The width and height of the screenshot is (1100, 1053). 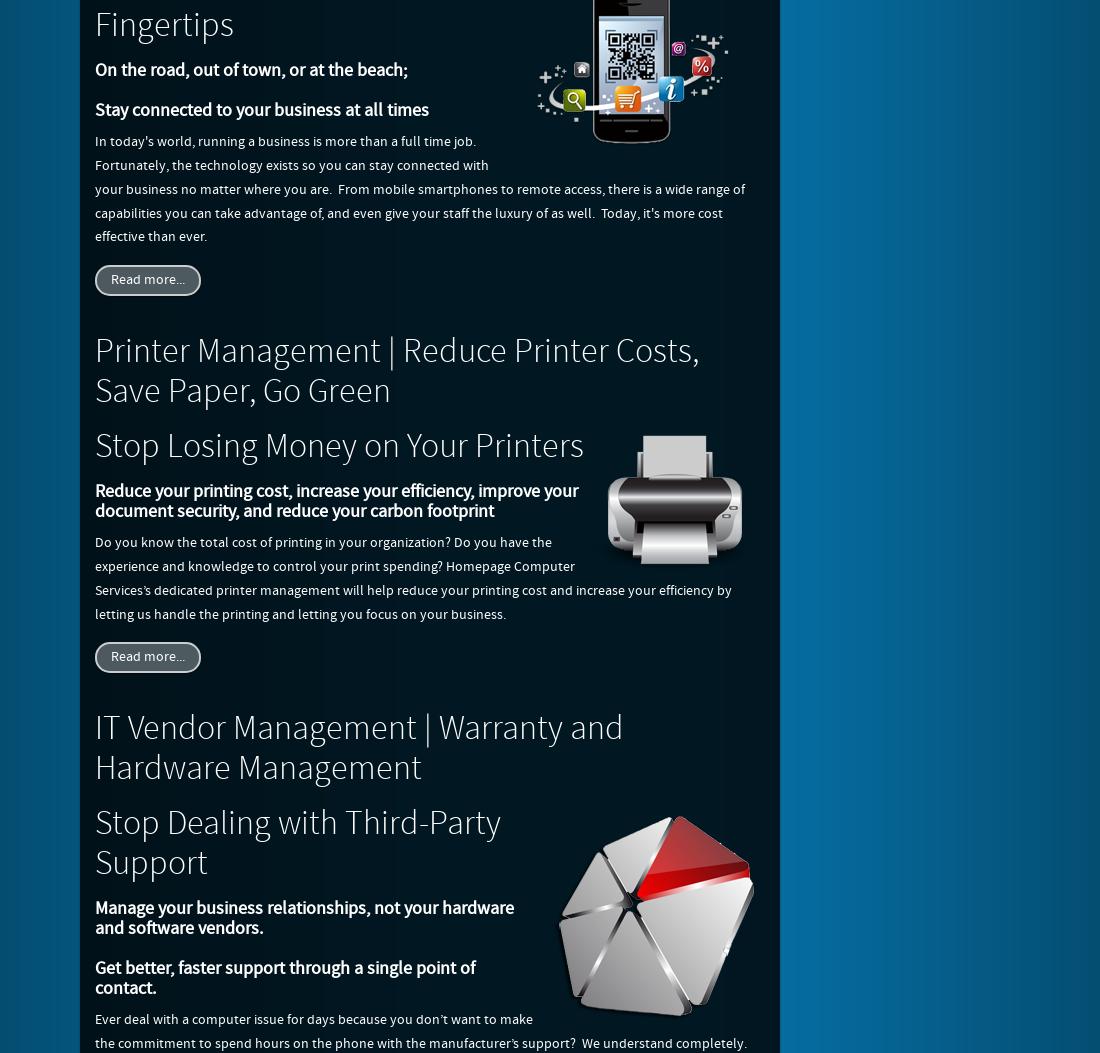 I want to click on 'Printer Management | Reduce Printer Costs, Save Paper, Go Green', so click(x=396, y=371).